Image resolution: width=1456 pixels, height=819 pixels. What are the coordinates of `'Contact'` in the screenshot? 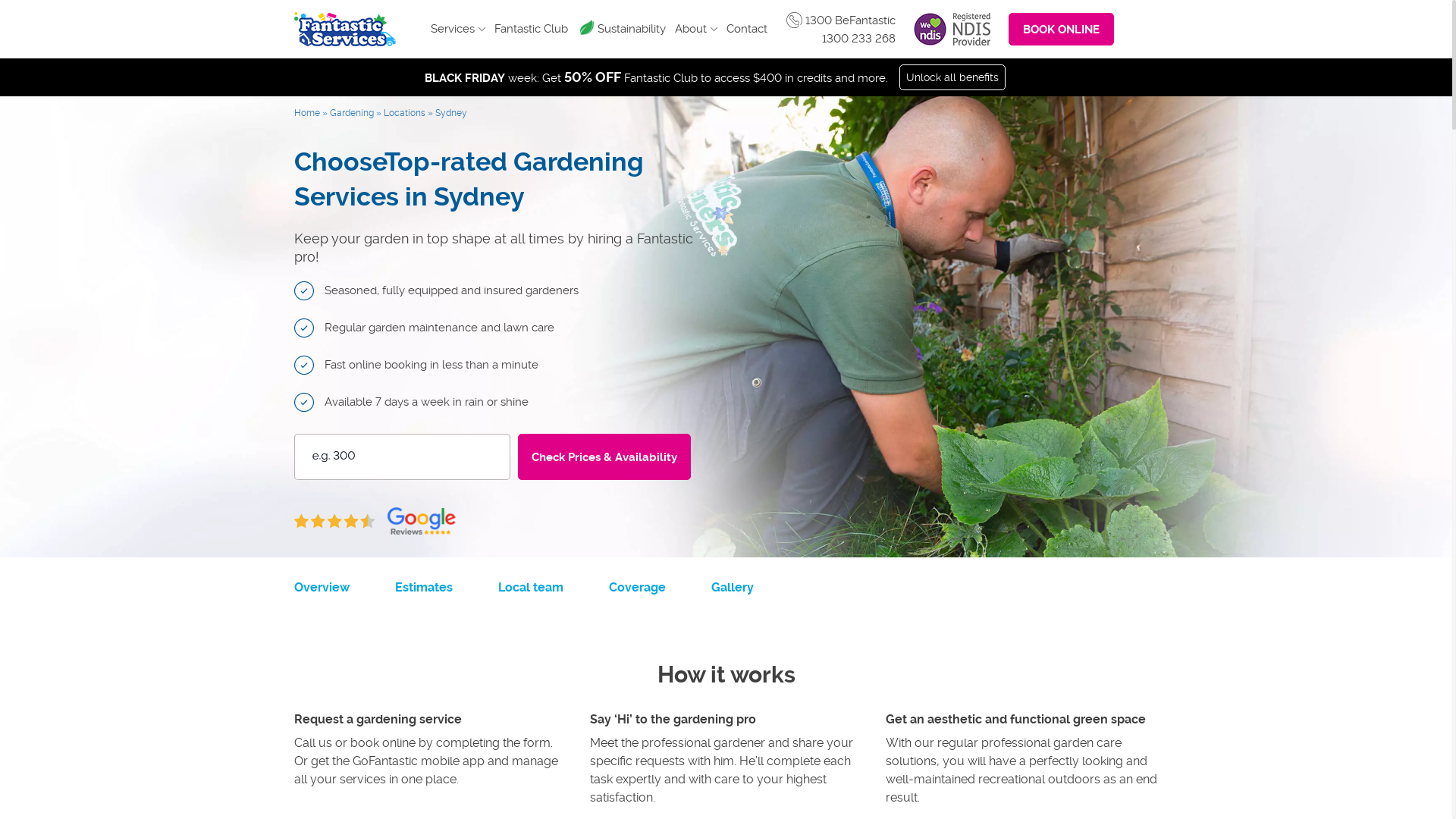 It's located at (746, 29).